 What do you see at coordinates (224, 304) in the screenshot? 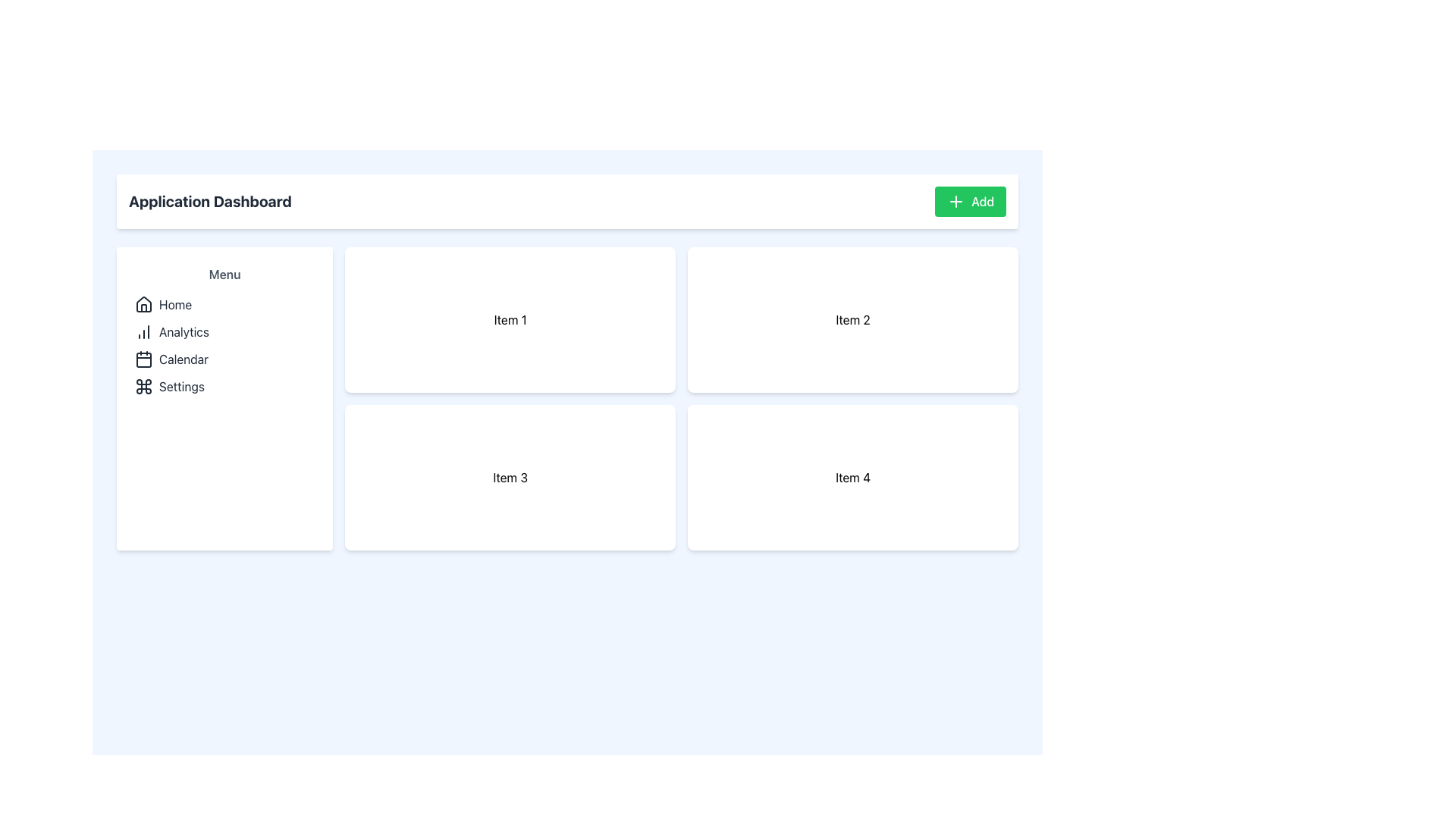
I see `the 'Home' button located in the vertical menu titled 'Menu' in the left sidebar of the interface` at bounding box center [224, 304].